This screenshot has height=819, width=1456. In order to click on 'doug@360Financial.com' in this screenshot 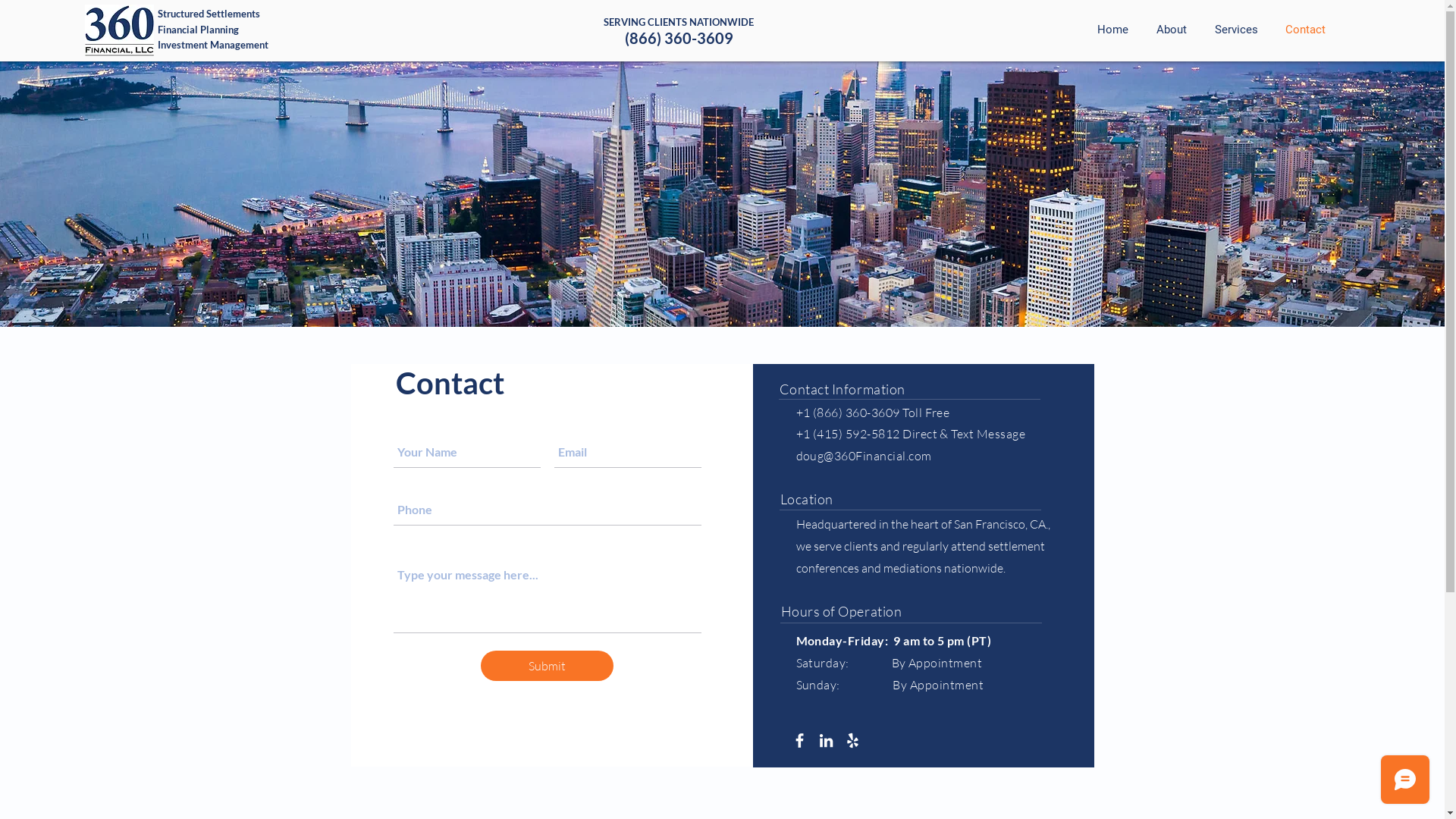, I will do `click(864, 455)`.